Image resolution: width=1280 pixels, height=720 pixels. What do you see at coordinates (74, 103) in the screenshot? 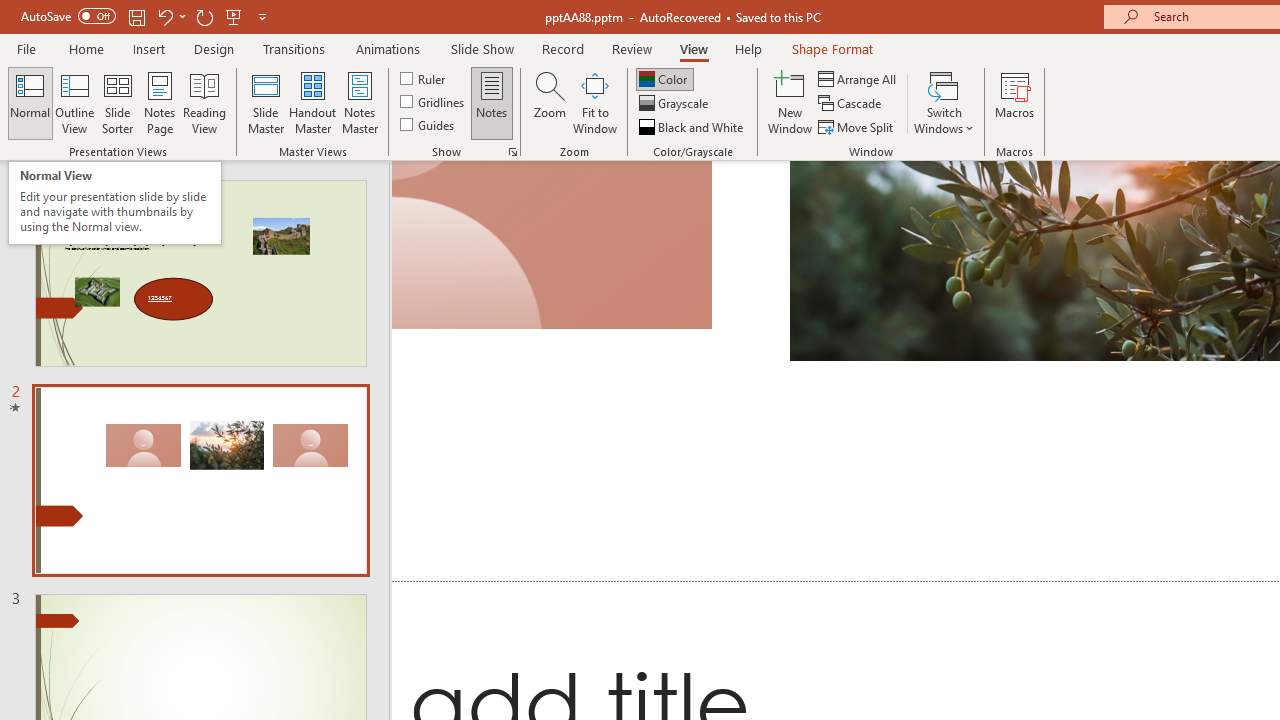
I see `'Outline View'` at bounding box center [74, 103].